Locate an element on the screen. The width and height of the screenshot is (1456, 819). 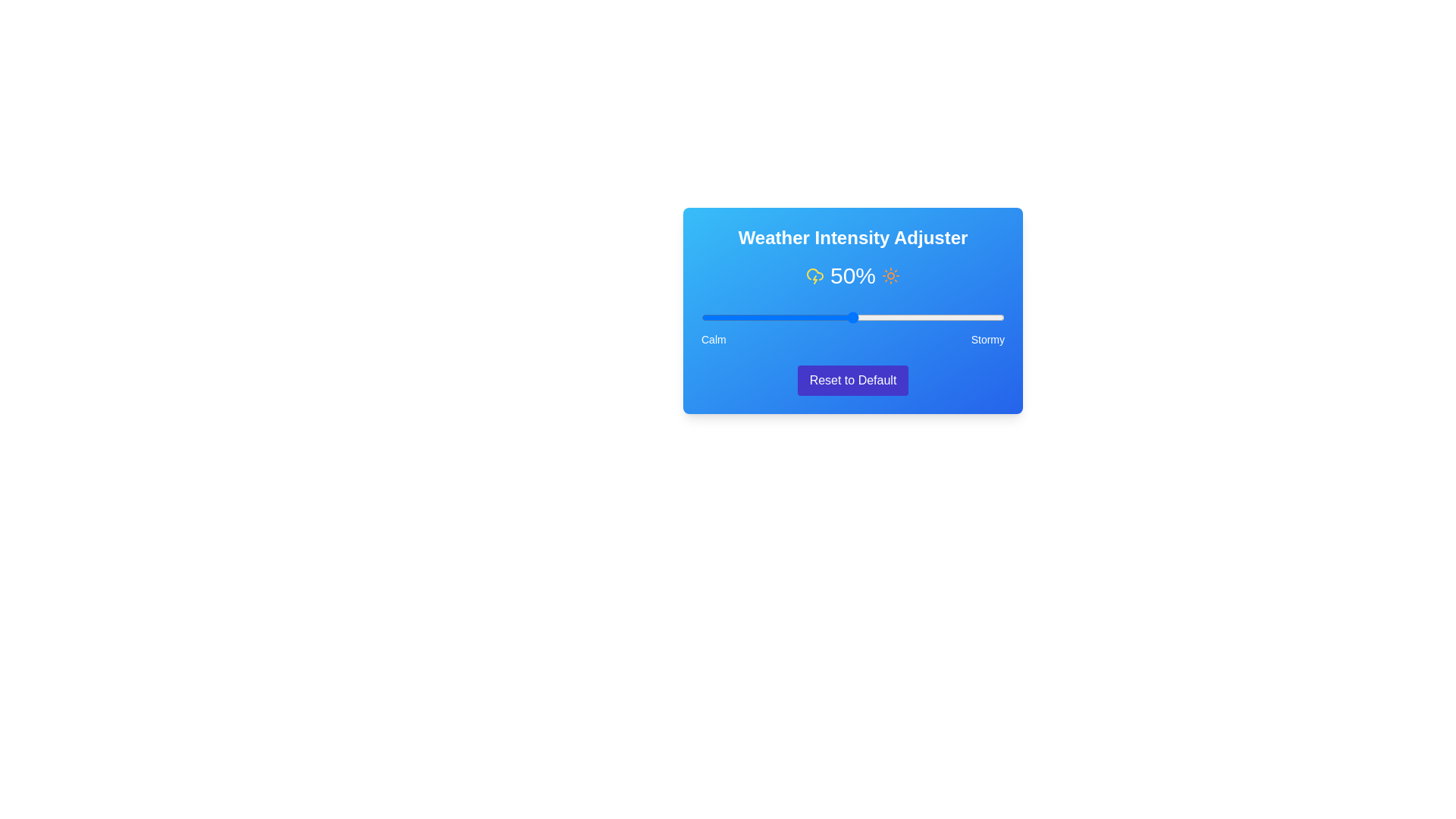
the 'Reset to Default' button is located at coordinates (852, 379).